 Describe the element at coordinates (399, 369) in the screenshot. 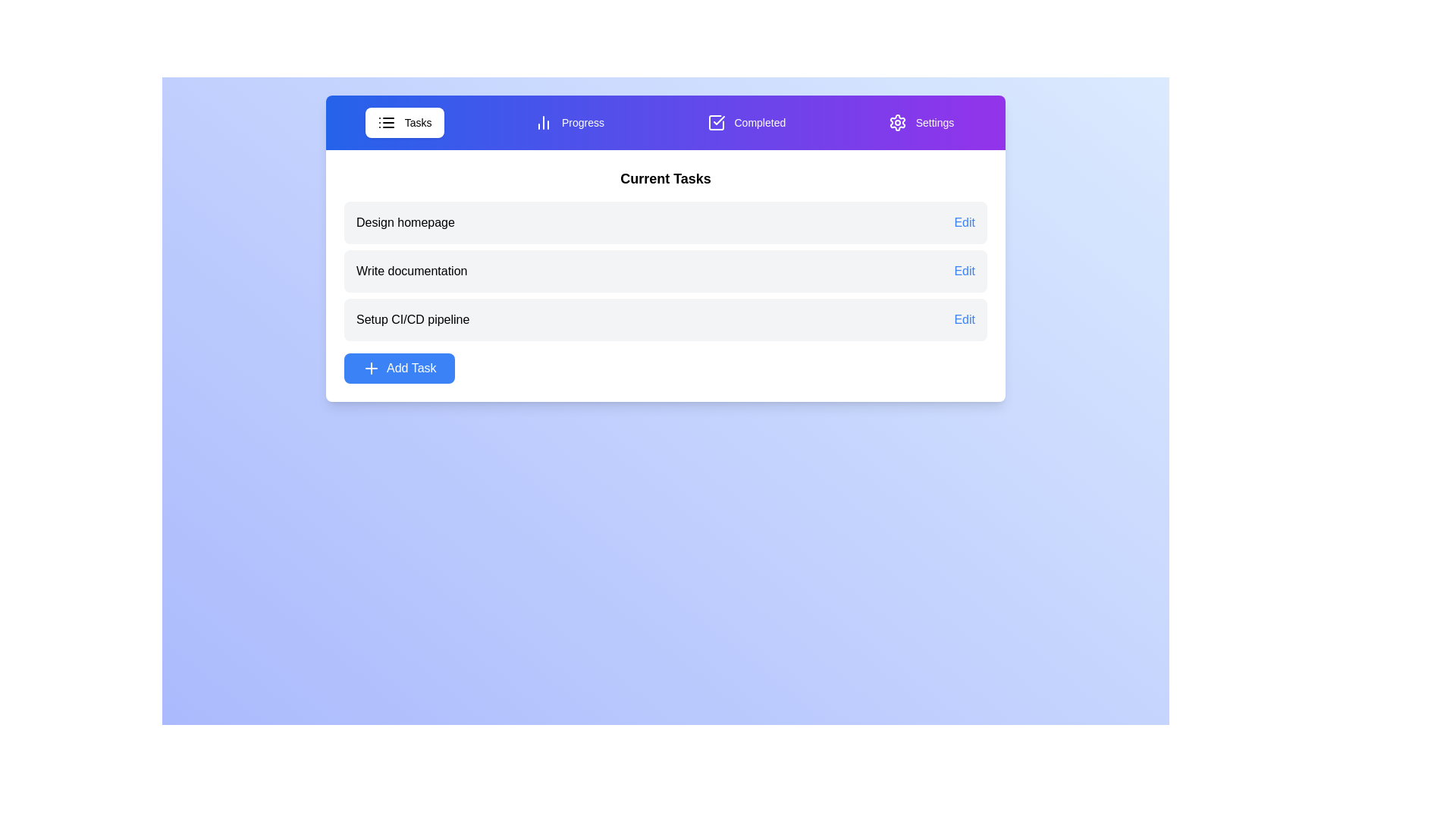

I see `the 'Add Task' button at the bottom of the 'Current Tasks' list to initiate the task creation process` at that location.